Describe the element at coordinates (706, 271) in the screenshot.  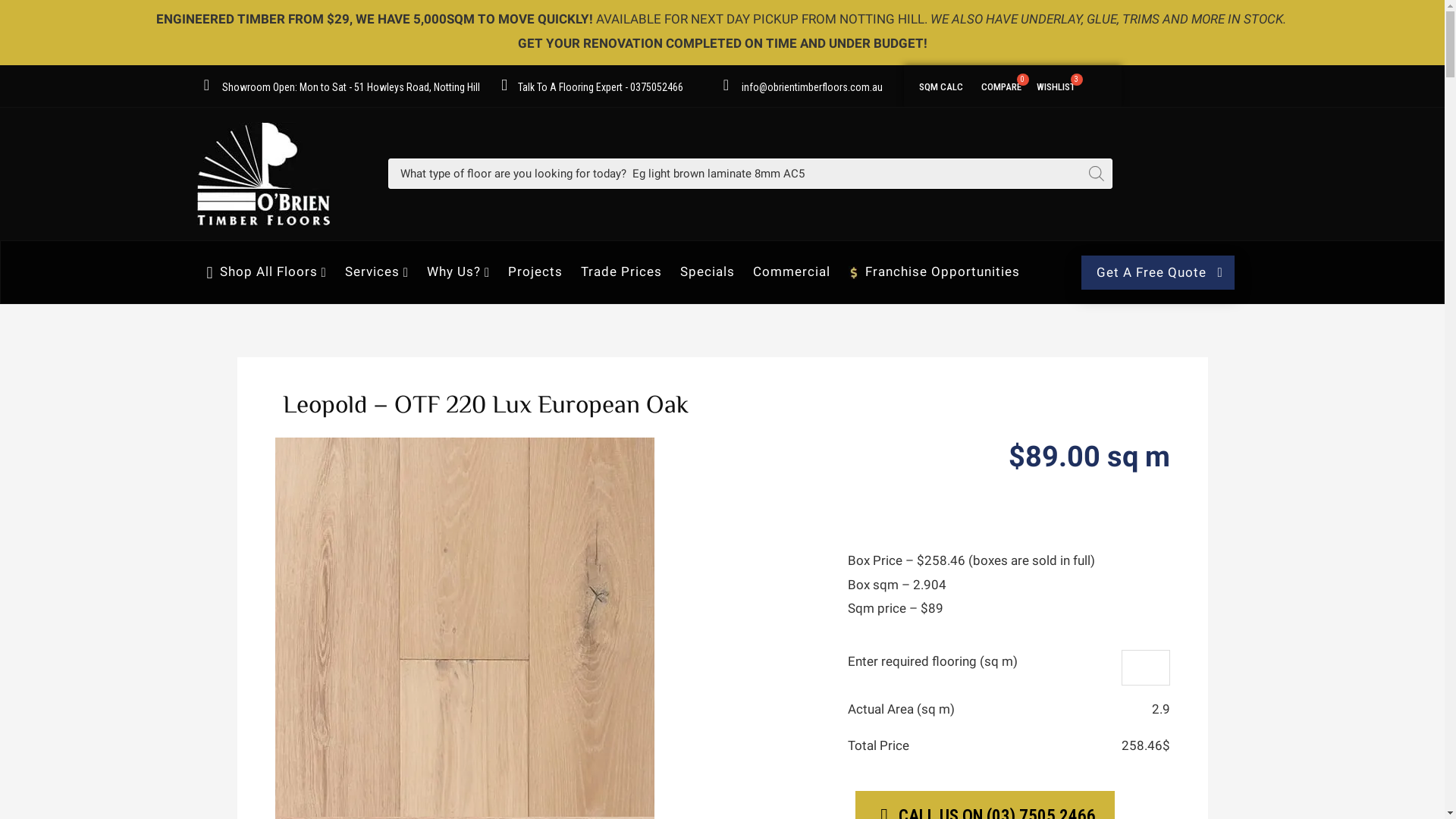
I see `'Specials'` at that location.